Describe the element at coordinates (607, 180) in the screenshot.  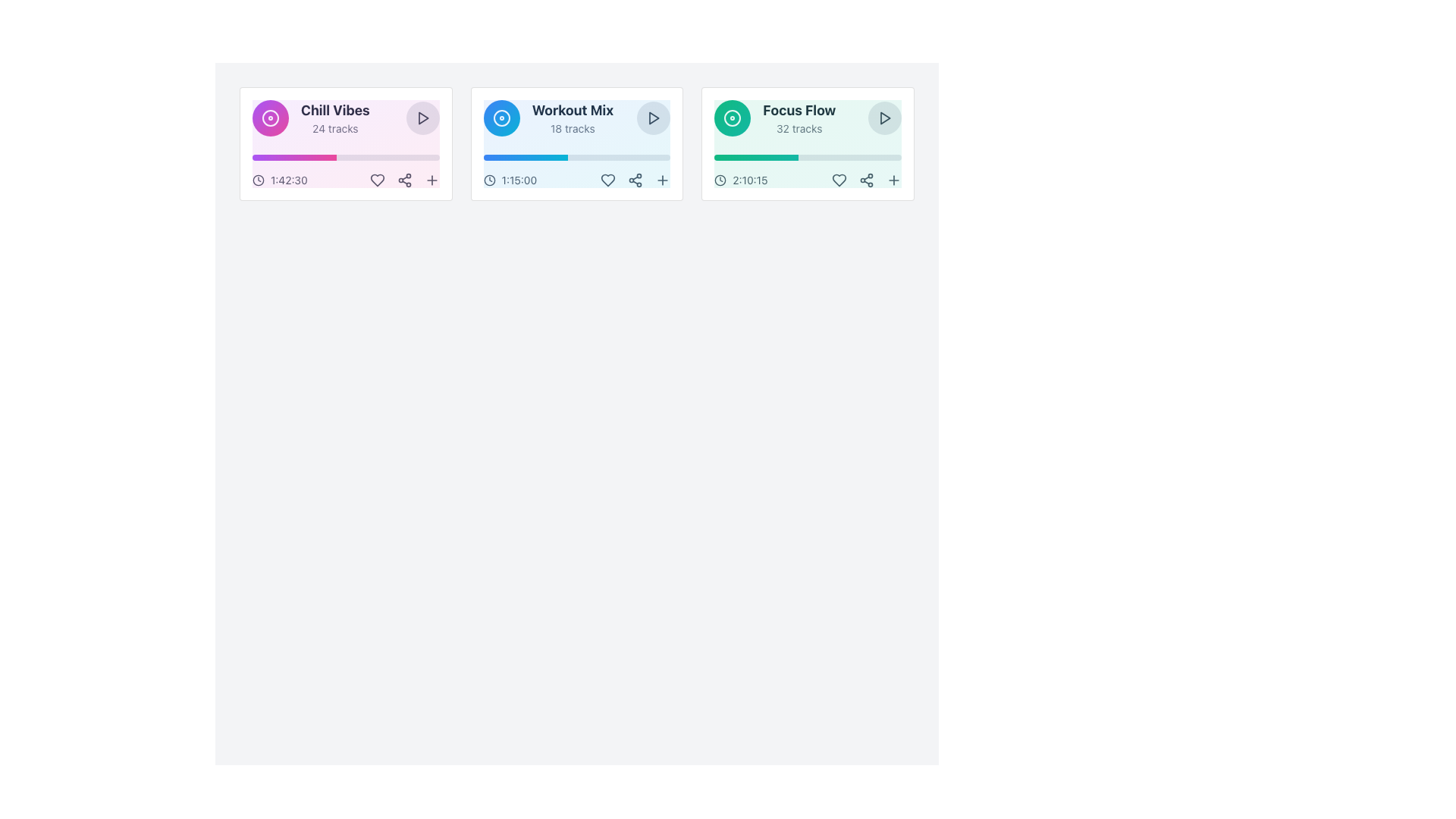
I see `the 'like' or 'favorite' button icon located in the horizontal control bar under the 'Workout Mix' card, which is the second card in the row of cards` at that location.